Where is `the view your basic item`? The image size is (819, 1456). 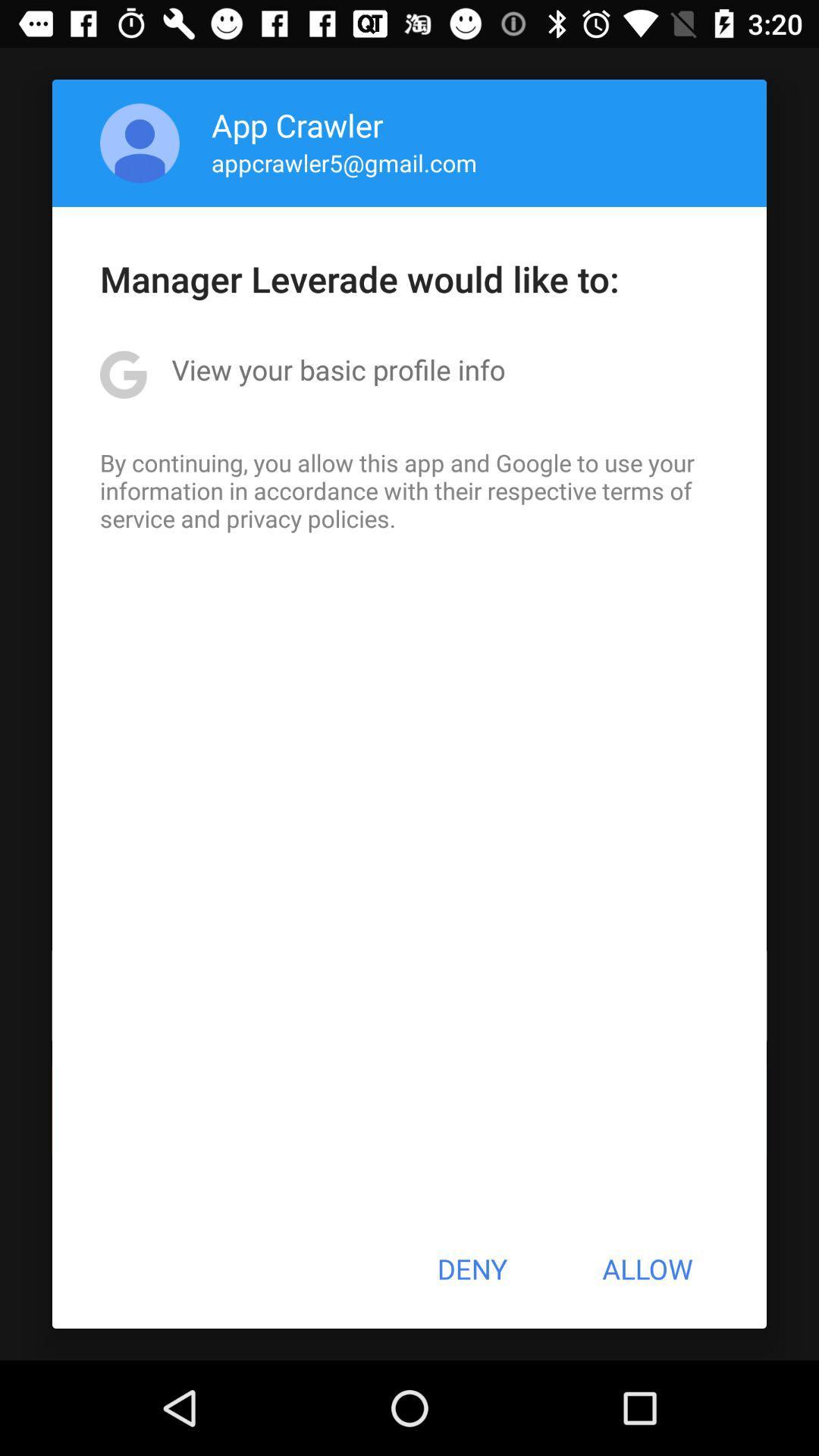 the view your basic item is located at coordinates (337, 369).